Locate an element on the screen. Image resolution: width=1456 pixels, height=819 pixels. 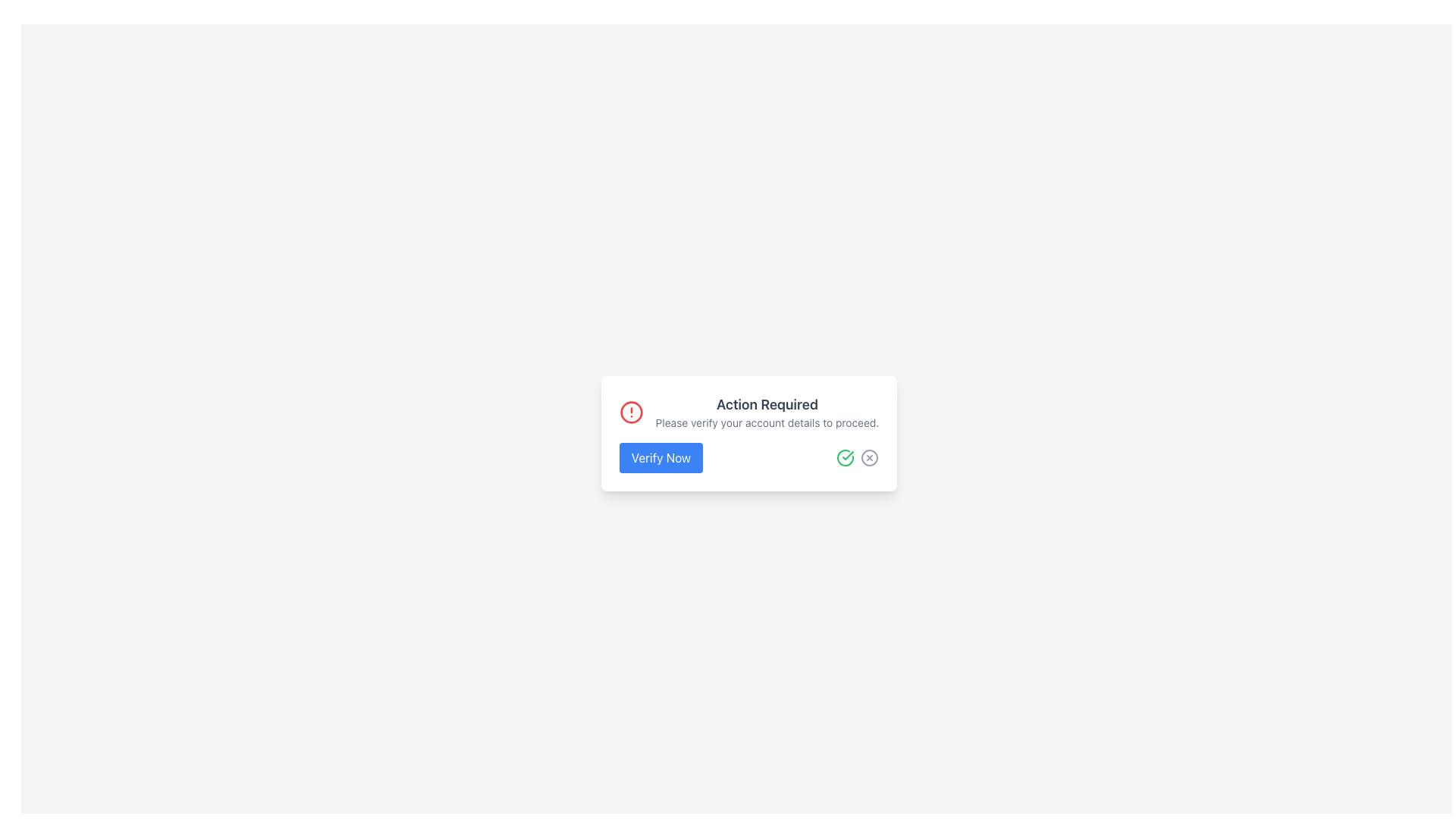
the small circular graphic located within the red-bordered icon adjacent to the text 'Action Required' is located at coordinates (631, 412).